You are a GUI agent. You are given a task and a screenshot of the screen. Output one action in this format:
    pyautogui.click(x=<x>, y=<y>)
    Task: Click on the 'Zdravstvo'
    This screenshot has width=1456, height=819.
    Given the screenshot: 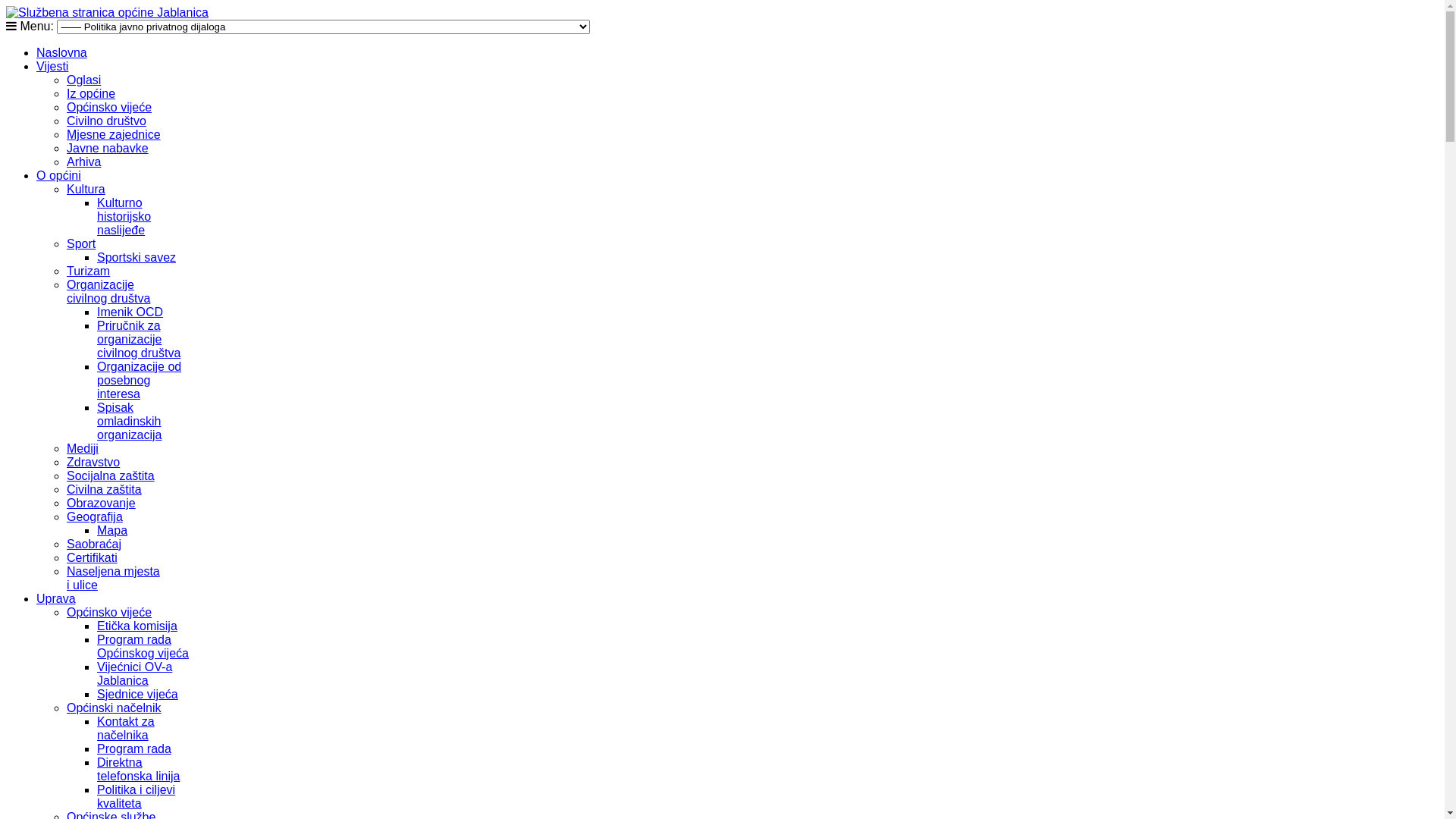 What is the action you would take?
    pyautogui.click(x=65, y=461)
    